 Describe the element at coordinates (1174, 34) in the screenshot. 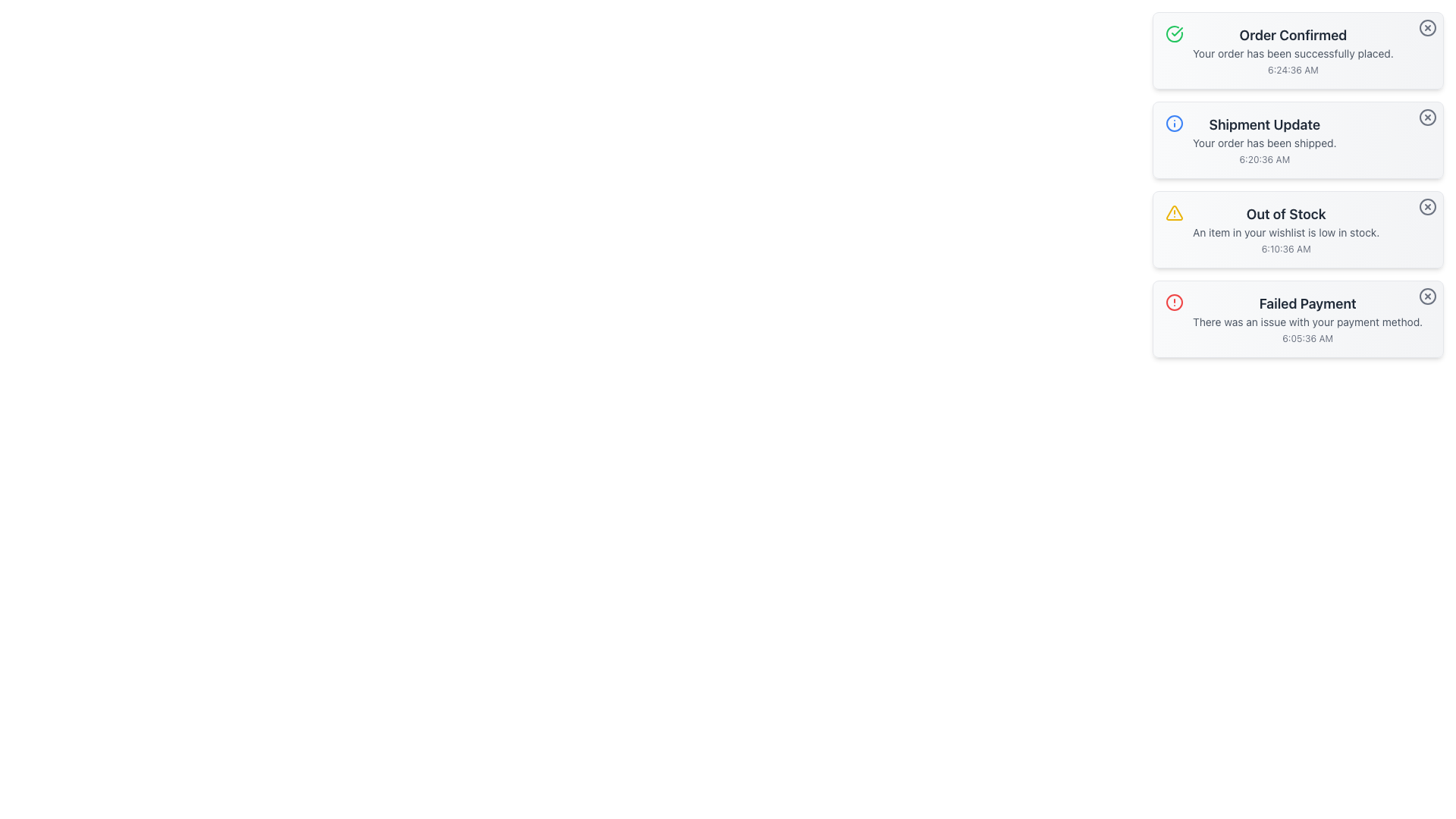

I see `the success indicator icon located to the left of the 'Order Confirmed' title text in the top-left corner of the notification box` at that location.